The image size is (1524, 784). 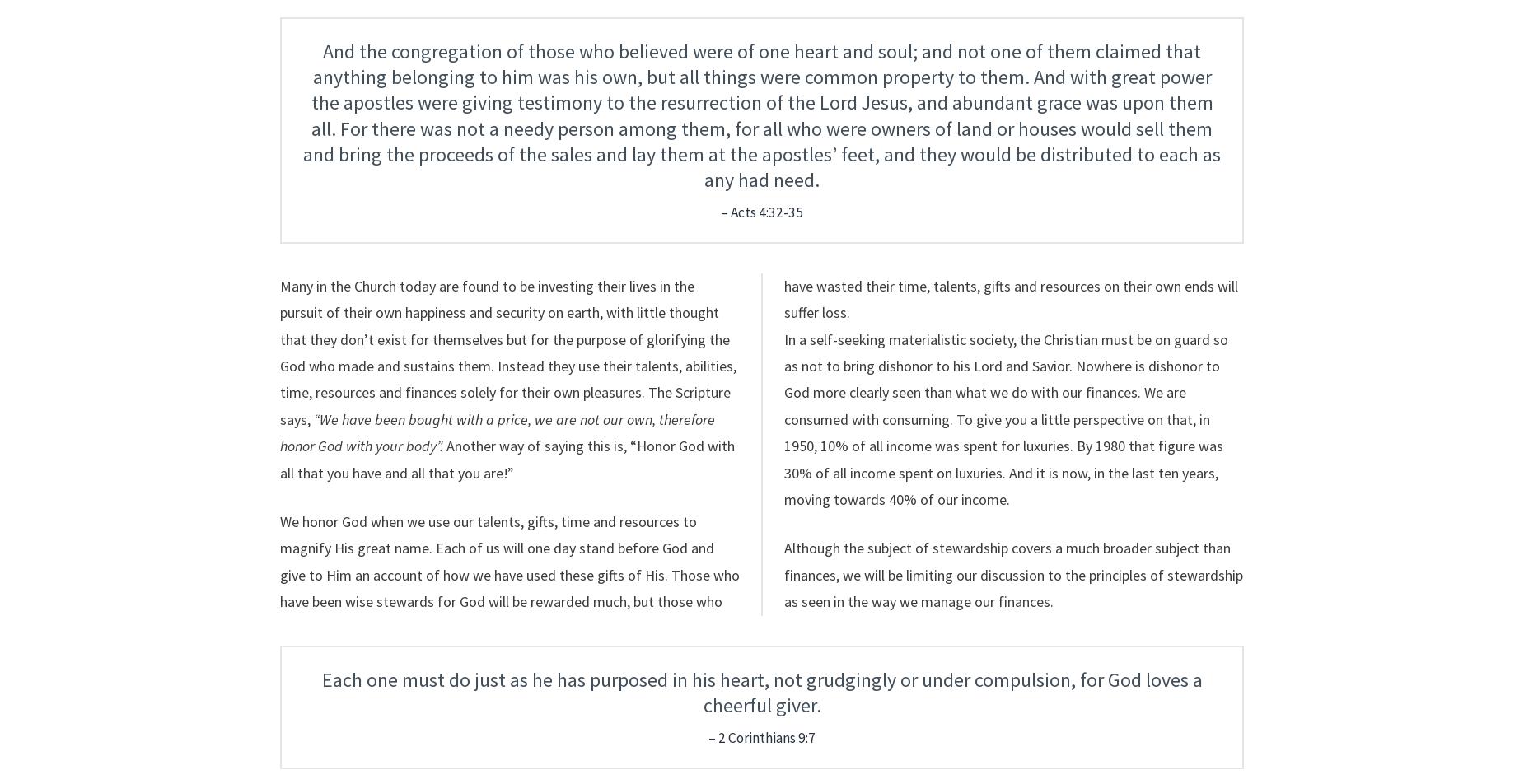 What do you see at coordinates (1005, 418) in the screenshot?
I see `'In a self-seeking materialistic society, the Christian must be on guard so as not to bring dishonor to his Lord and Savior. Nowhere is dishonor to God more clearly seen than what we do with our finances. We are consumed with consuming. To give you a little perspective on that, in 1950, 10% of all income was spent for luxuries. By 1980 that figure was 30% of all income spent on luxuries. And it is now, in the last ten years, moving towards 40% of our income.'` at bounding box center [1005, 418].